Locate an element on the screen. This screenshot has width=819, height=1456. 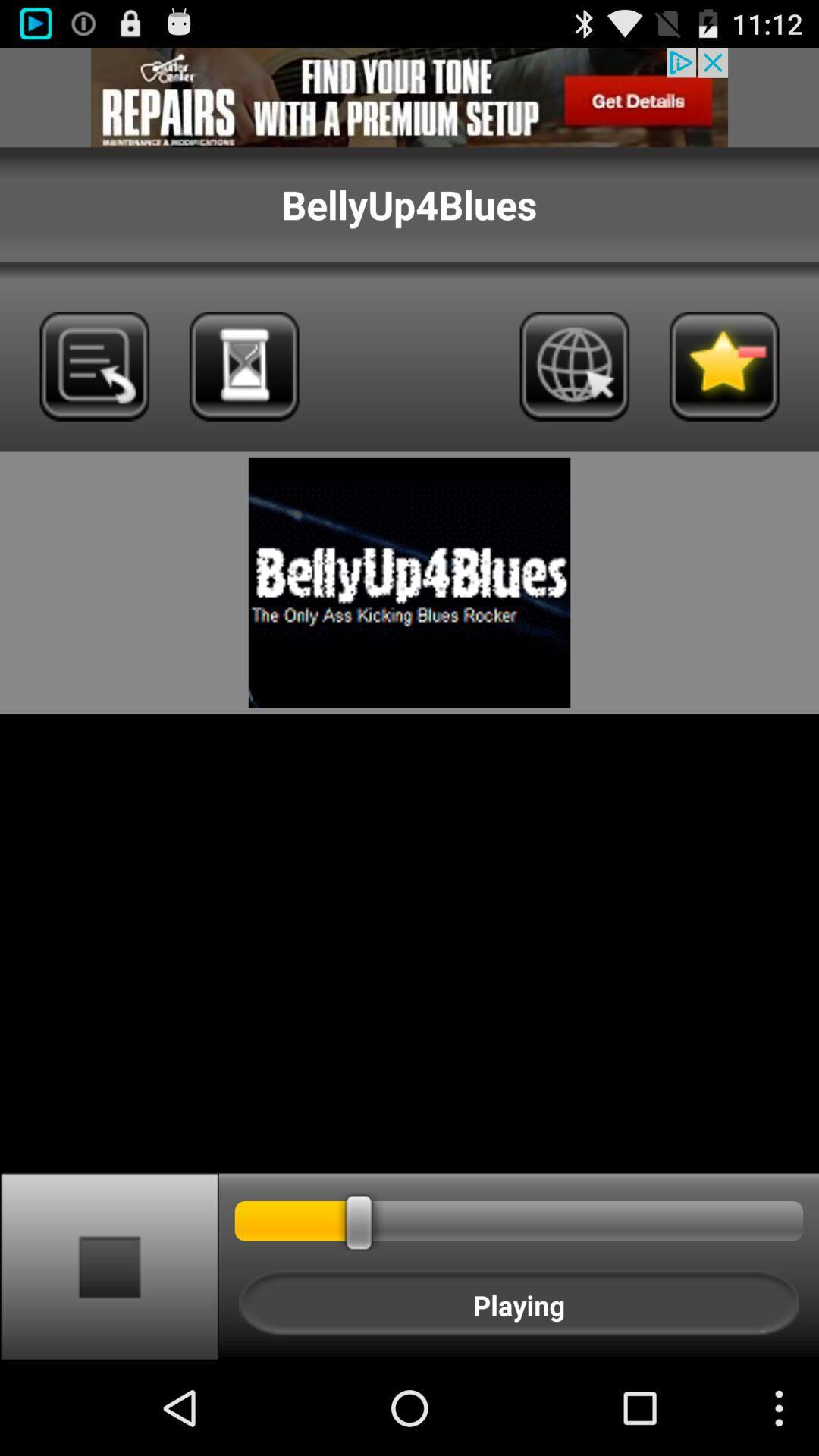
open advertisement is located at coordinates (409, 96).